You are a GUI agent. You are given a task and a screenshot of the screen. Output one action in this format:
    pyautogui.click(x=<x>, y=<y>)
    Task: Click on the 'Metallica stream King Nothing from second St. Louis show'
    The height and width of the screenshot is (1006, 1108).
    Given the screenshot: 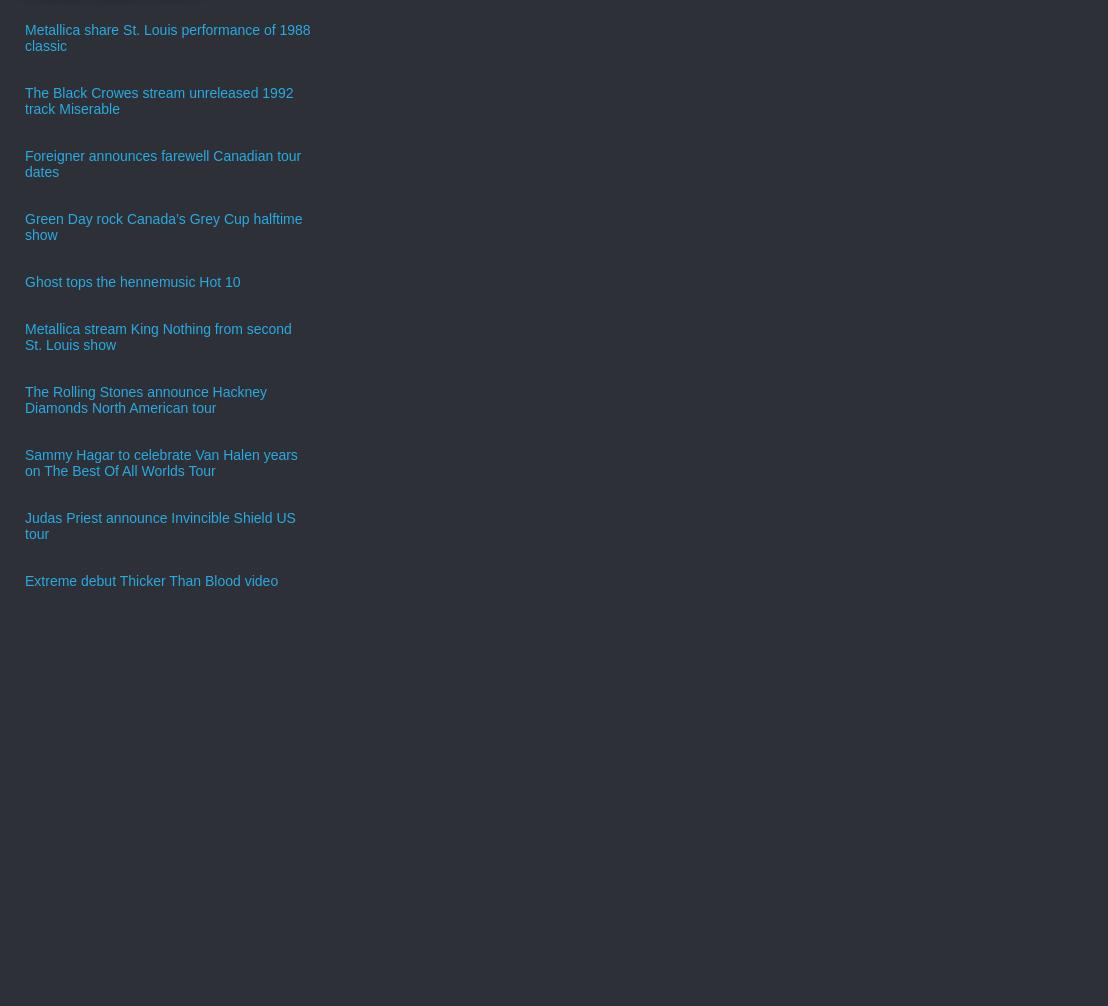 What is the action you would take?
    pyautogui.click(x=157, y=335)
    